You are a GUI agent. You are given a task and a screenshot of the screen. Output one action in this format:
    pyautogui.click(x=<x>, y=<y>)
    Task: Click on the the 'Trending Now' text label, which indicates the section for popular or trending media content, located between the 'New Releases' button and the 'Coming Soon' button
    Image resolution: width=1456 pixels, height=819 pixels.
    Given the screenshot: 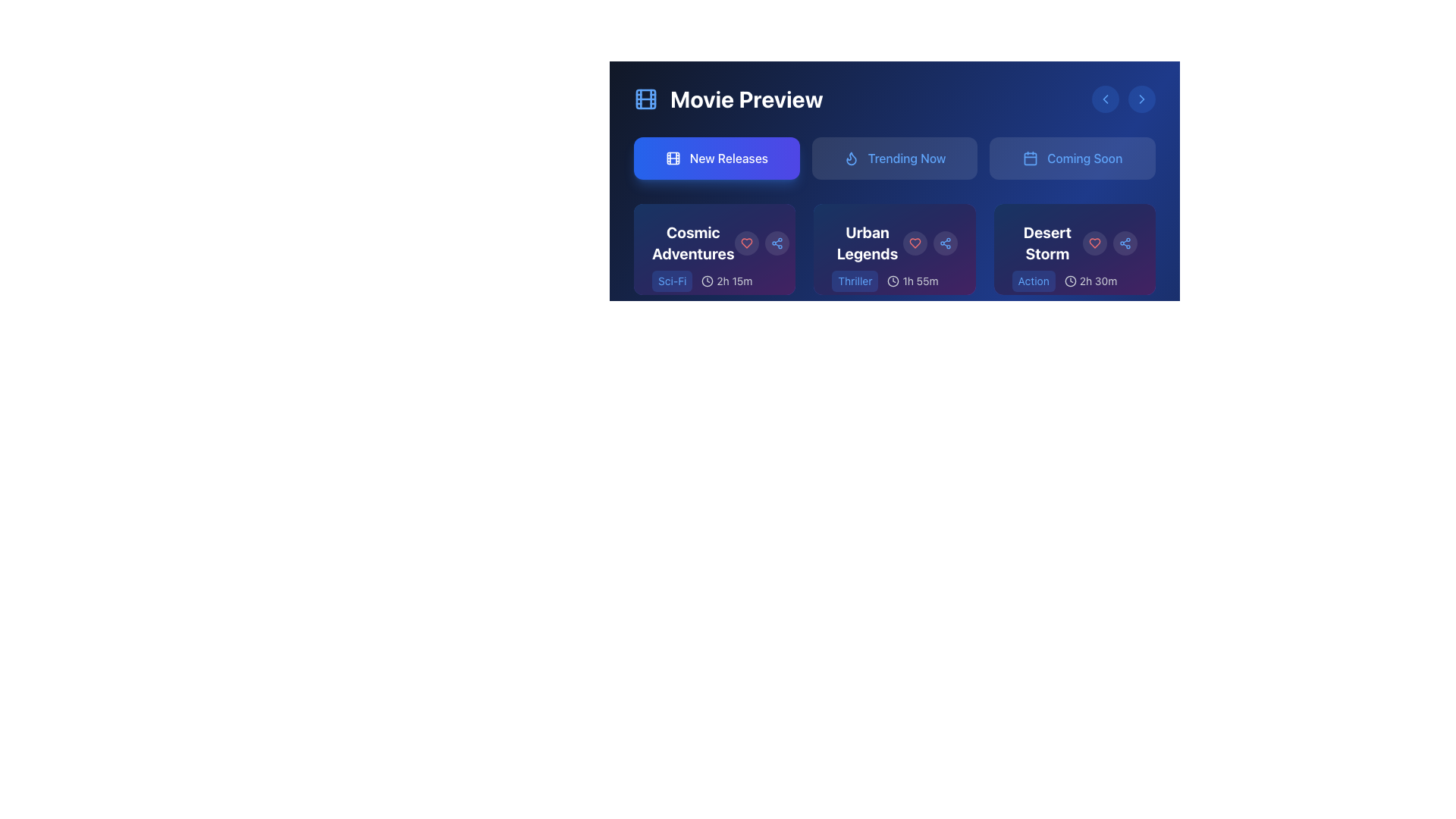 What is the action you would take?
    pyautogui.click(x=906, y=158)
    